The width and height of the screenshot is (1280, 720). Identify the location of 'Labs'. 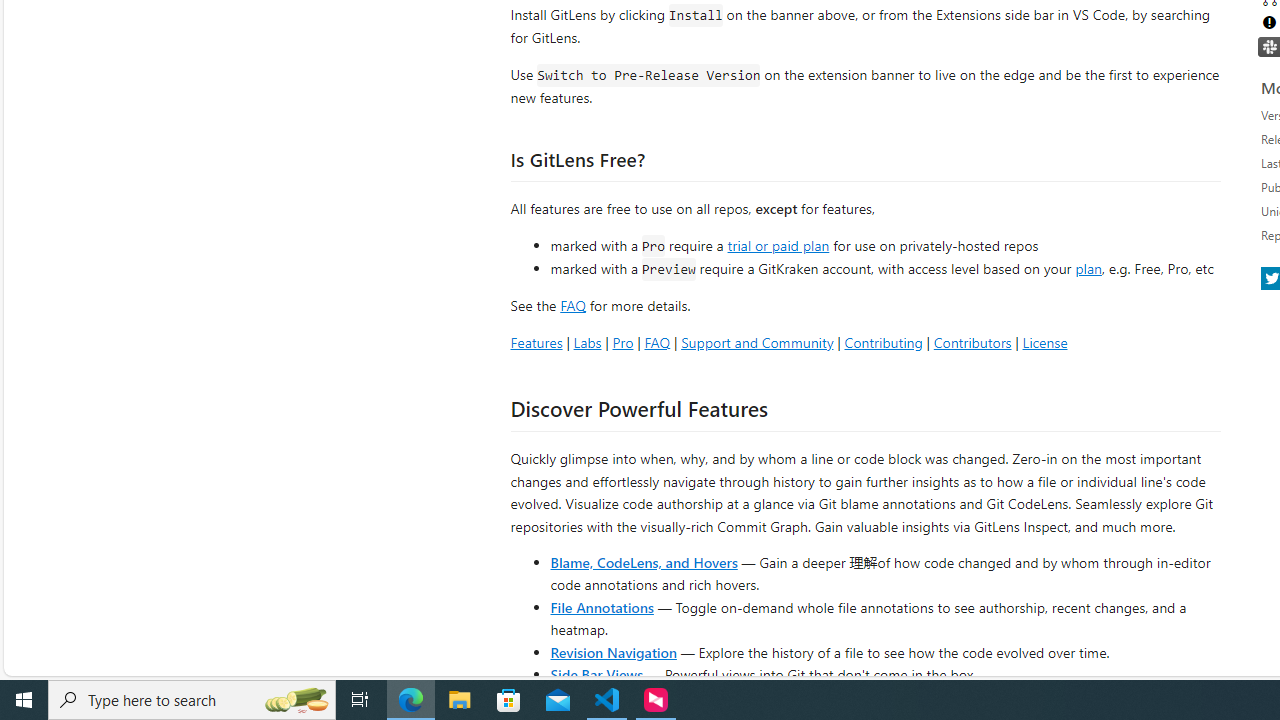
(586, 341).